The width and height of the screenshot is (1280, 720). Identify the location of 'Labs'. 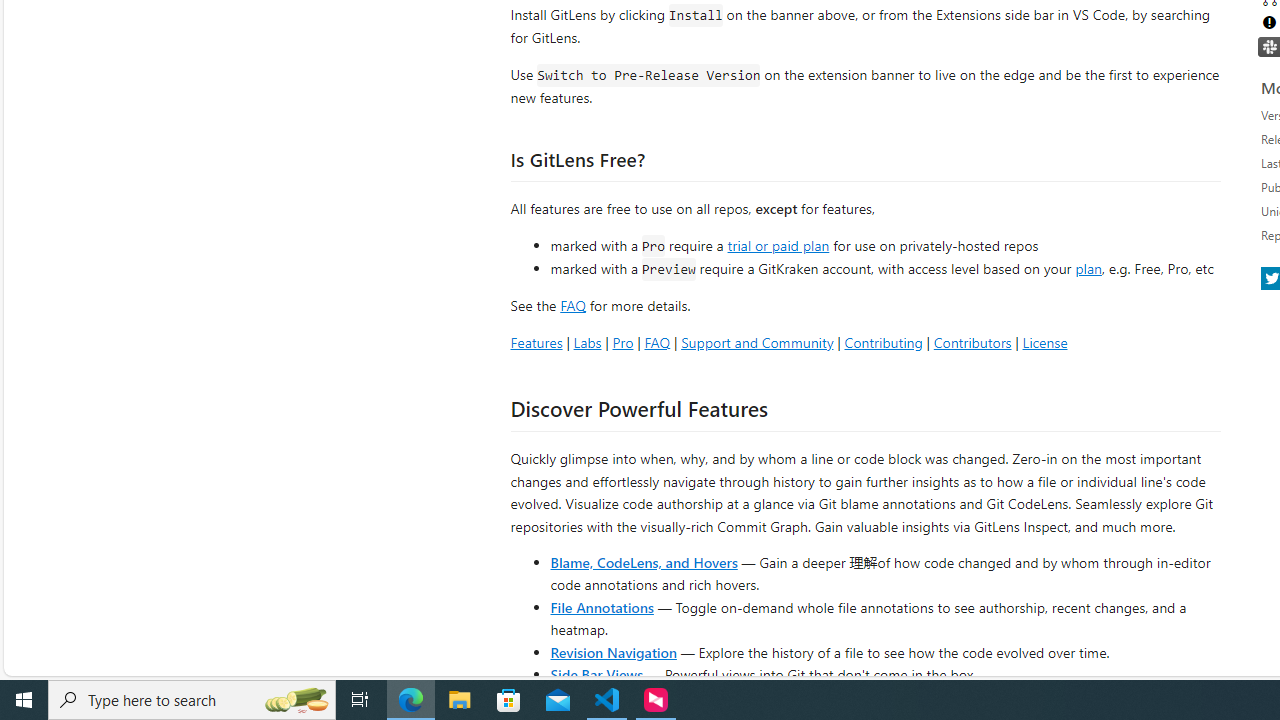
(586, 341).